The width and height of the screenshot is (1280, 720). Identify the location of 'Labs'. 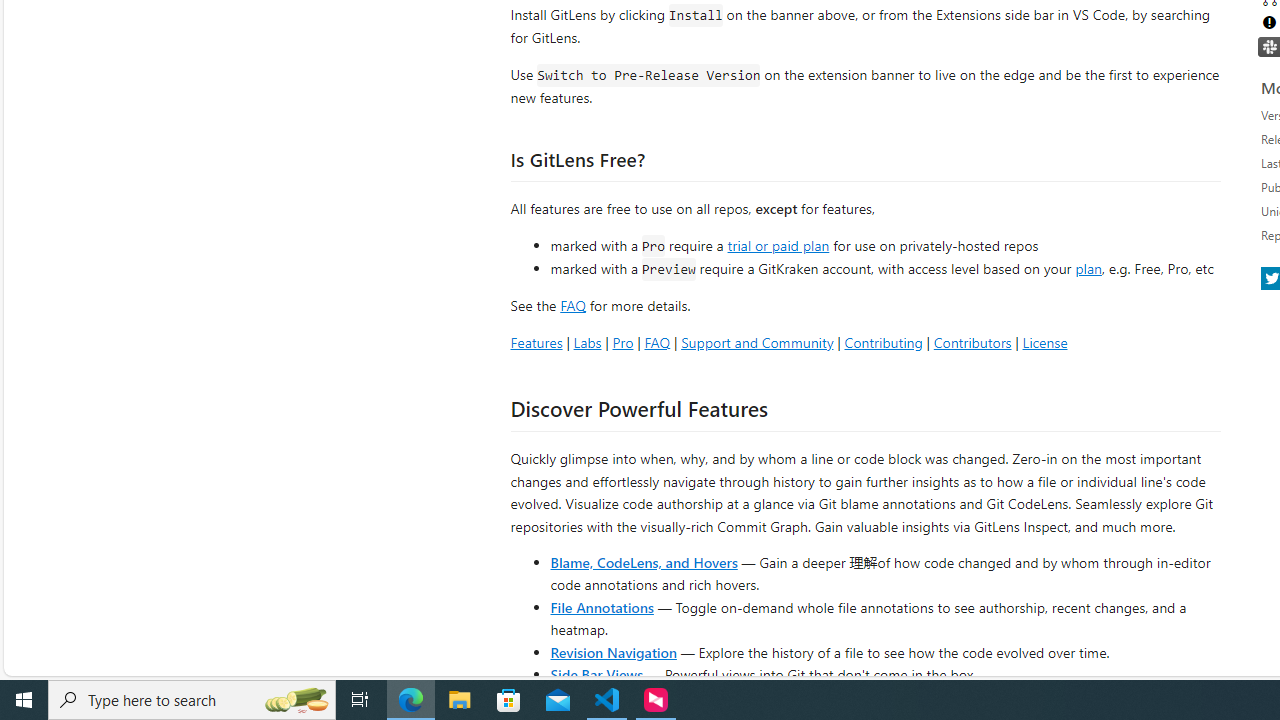
(586, 341).